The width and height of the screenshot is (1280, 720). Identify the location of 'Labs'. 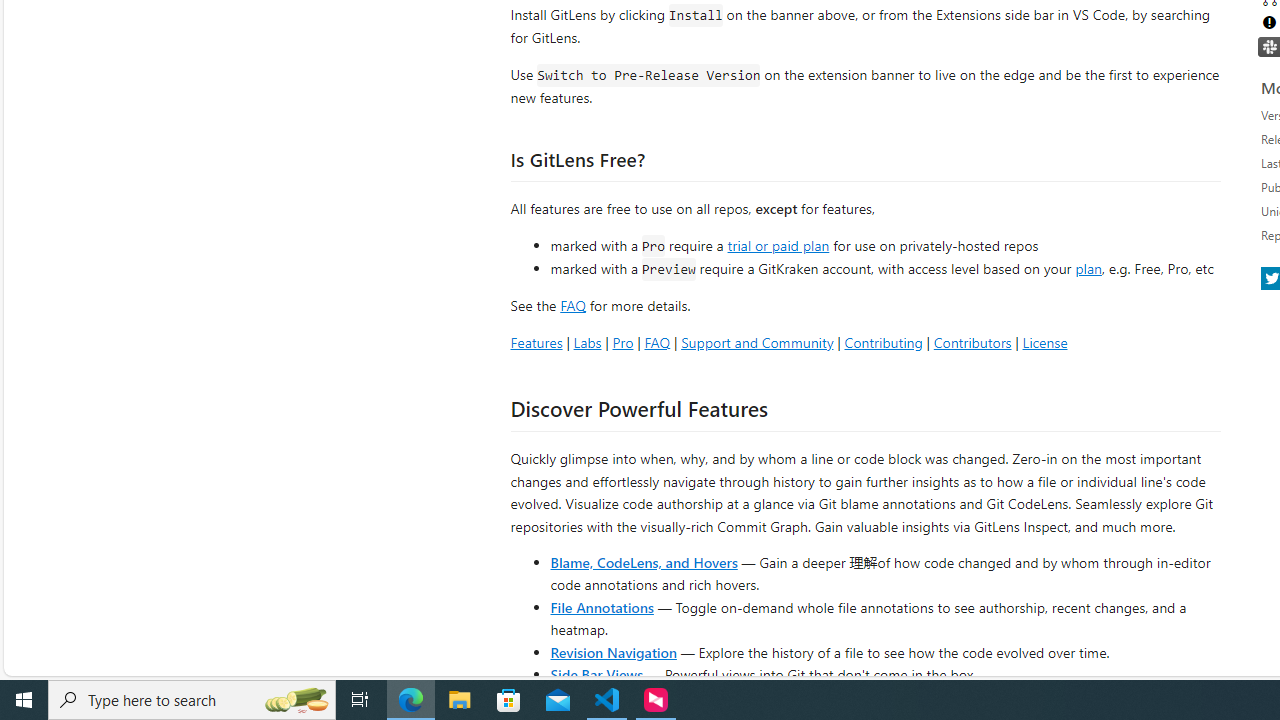
(586, 341).